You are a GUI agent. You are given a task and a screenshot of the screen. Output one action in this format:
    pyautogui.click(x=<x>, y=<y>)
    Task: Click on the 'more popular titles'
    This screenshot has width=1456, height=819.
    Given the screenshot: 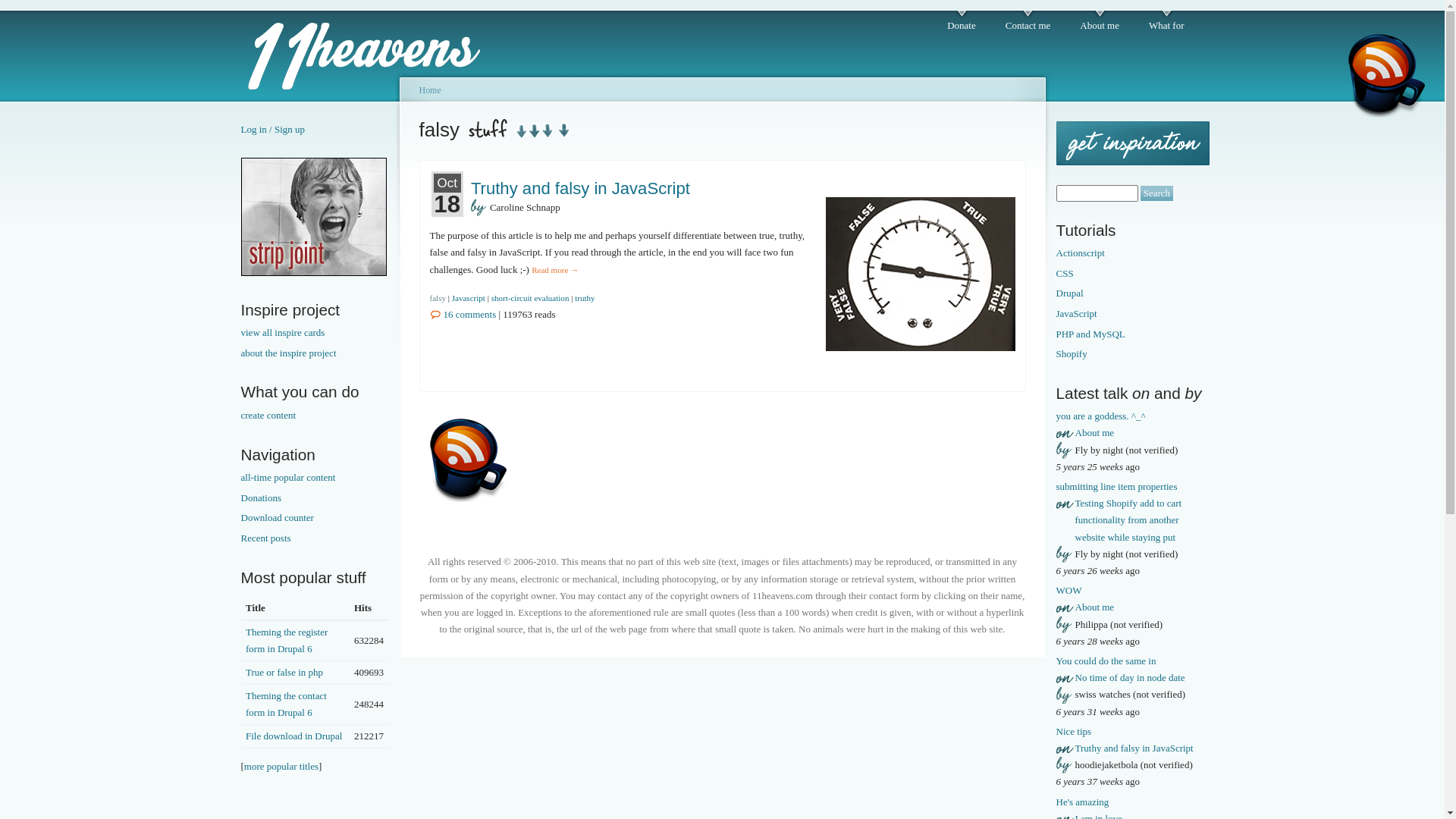 What is the action you would take?
    pyautogui.click(x=281, y=766)
    